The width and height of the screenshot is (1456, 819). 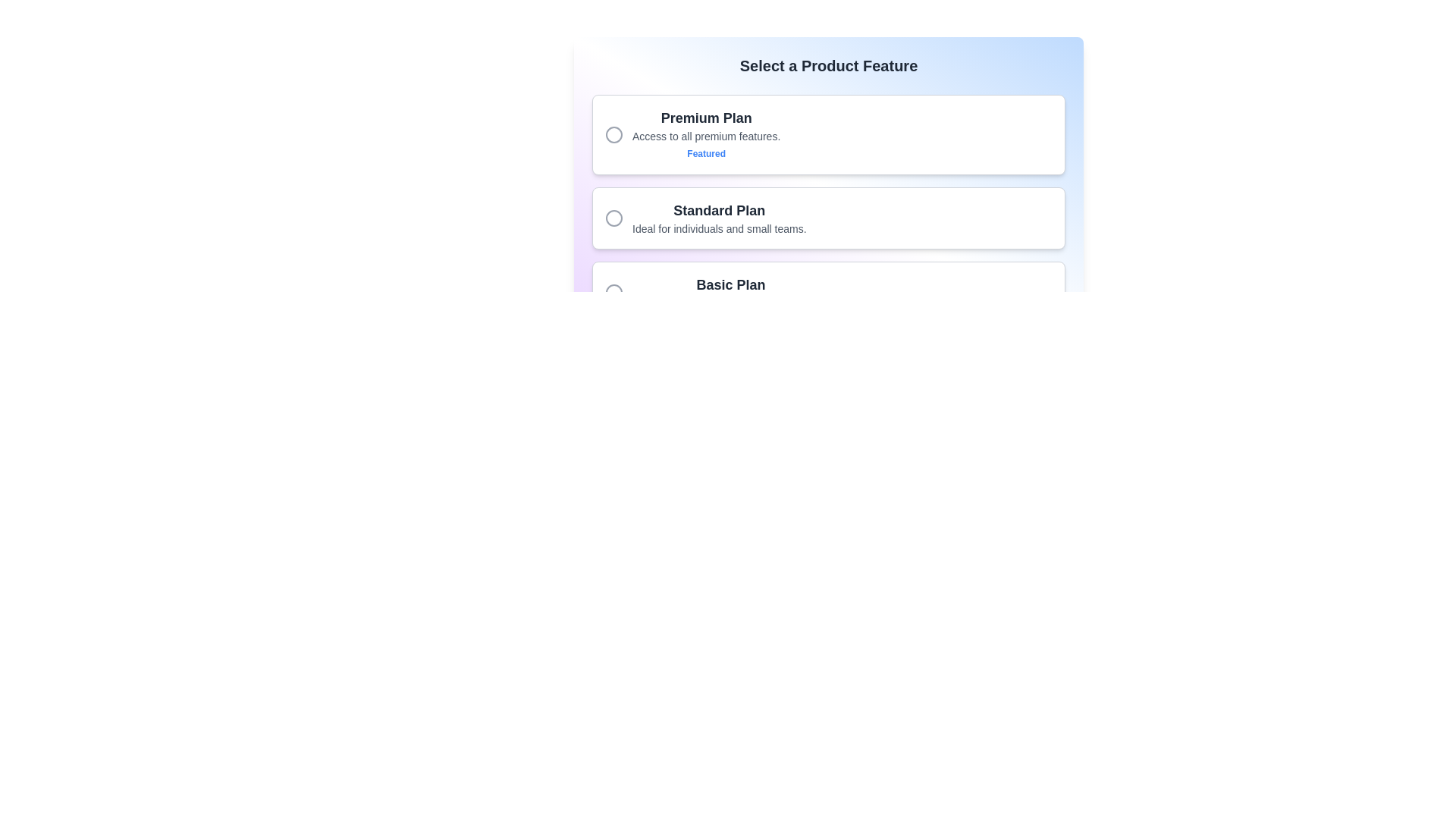 I want to click on the text content block that describes the 'Standard Plan' option, which is located between the 'Premium Plan' and 'Basic Plan' options in the selection interface, so click(x=718, y=218).